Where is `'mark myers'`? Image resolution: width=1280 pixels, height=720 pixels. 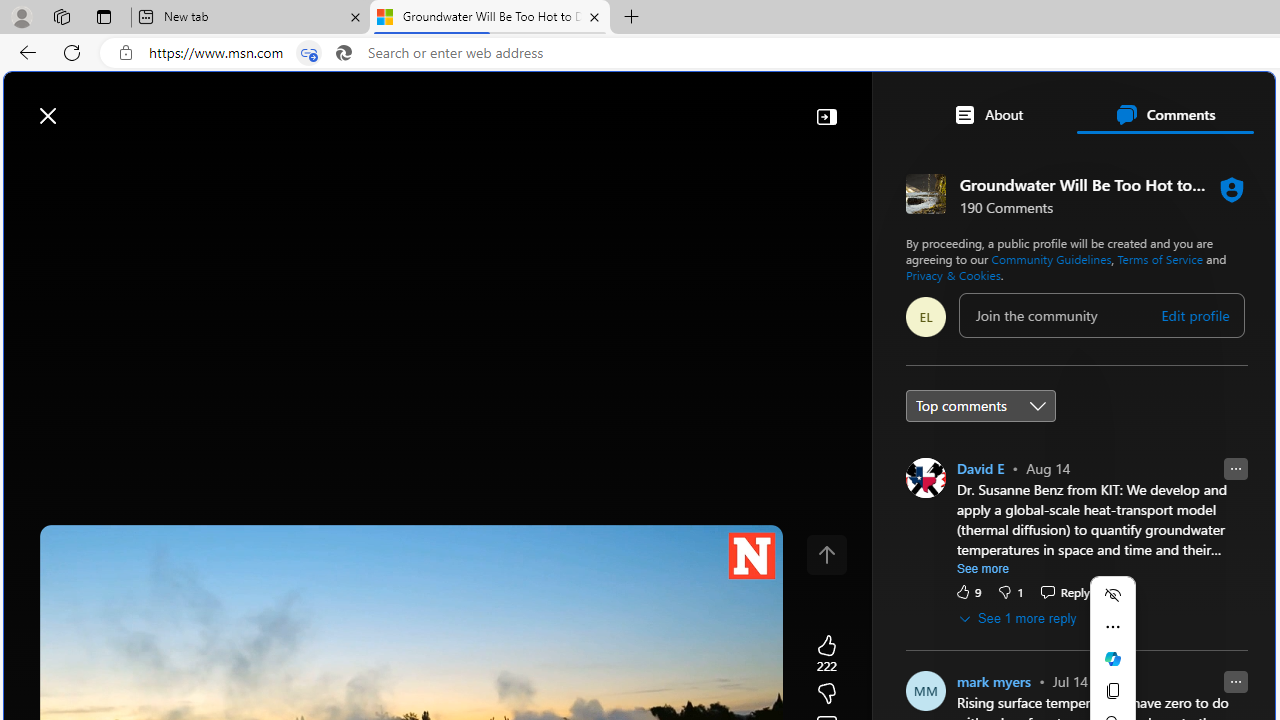
'mark myers' is located at coordinates (993, 680).